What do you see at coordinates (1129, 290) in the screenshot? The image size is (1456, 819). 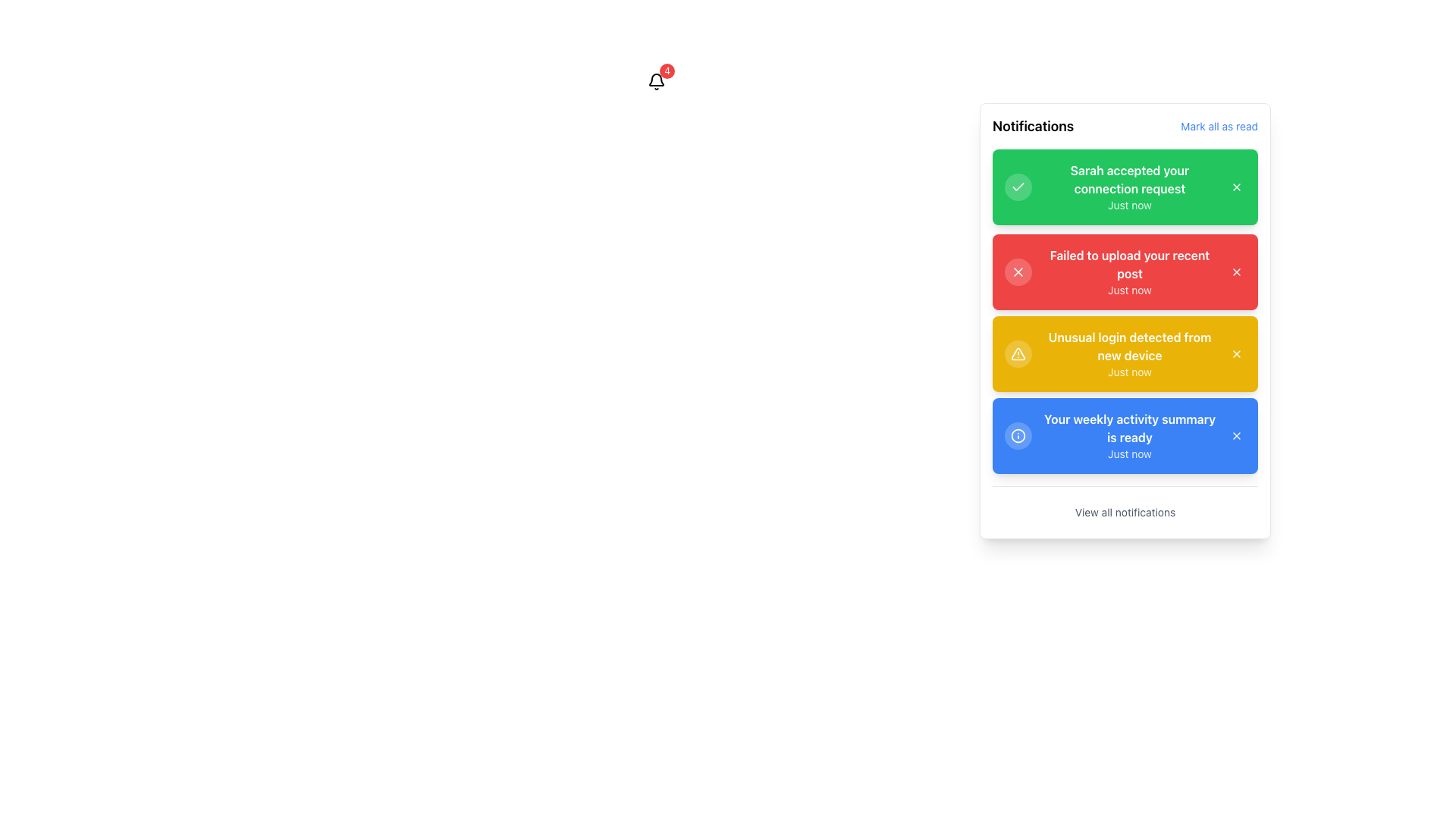 I see `text of the Timestamp label that displays 'Just now', located below the bold notification message 'Failed to upload your recent post'` at bounding box center [1129, 290].